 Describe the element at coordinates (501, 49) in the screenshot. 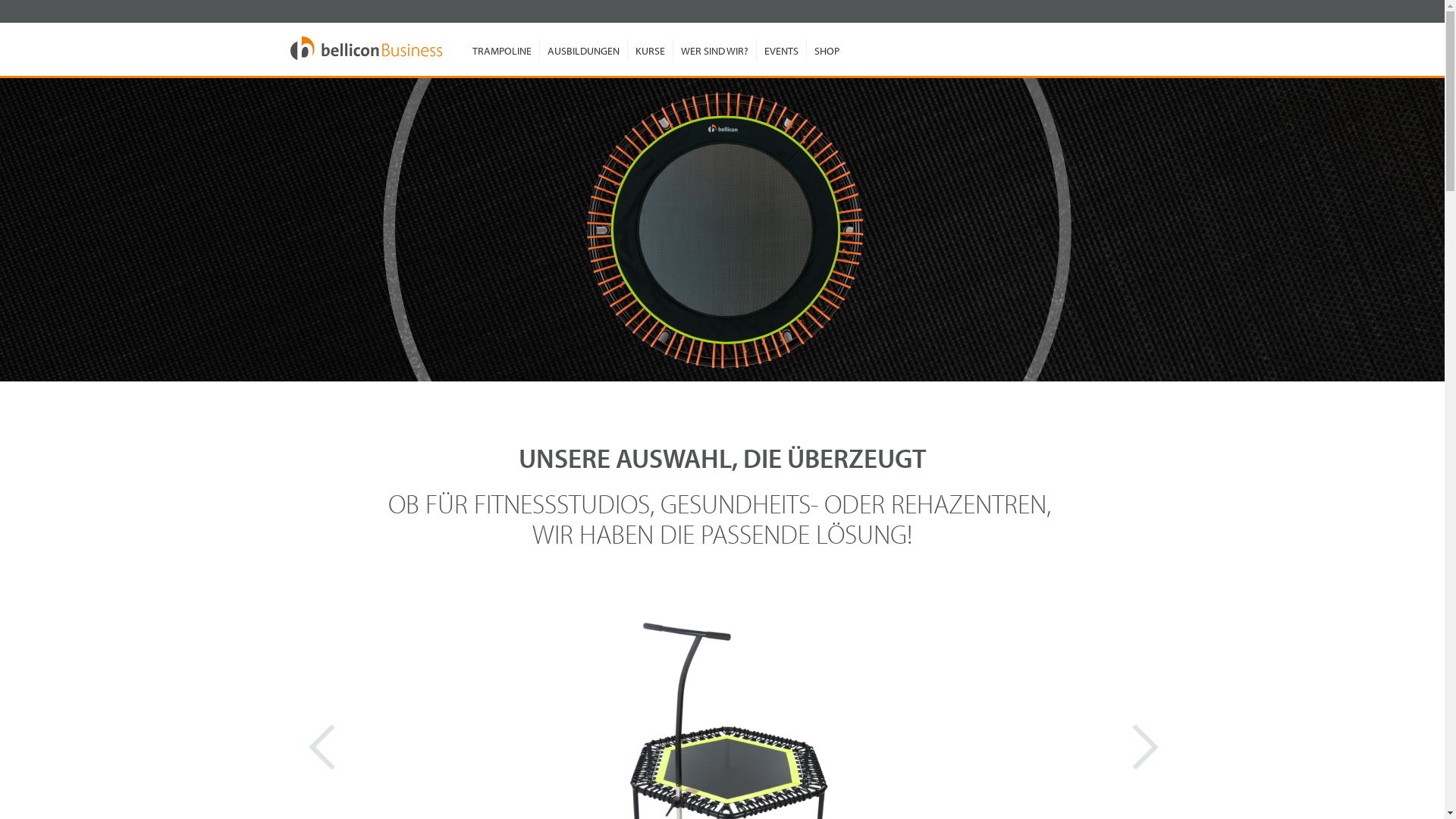

I see `'TRAMPOLINE'` at that location.